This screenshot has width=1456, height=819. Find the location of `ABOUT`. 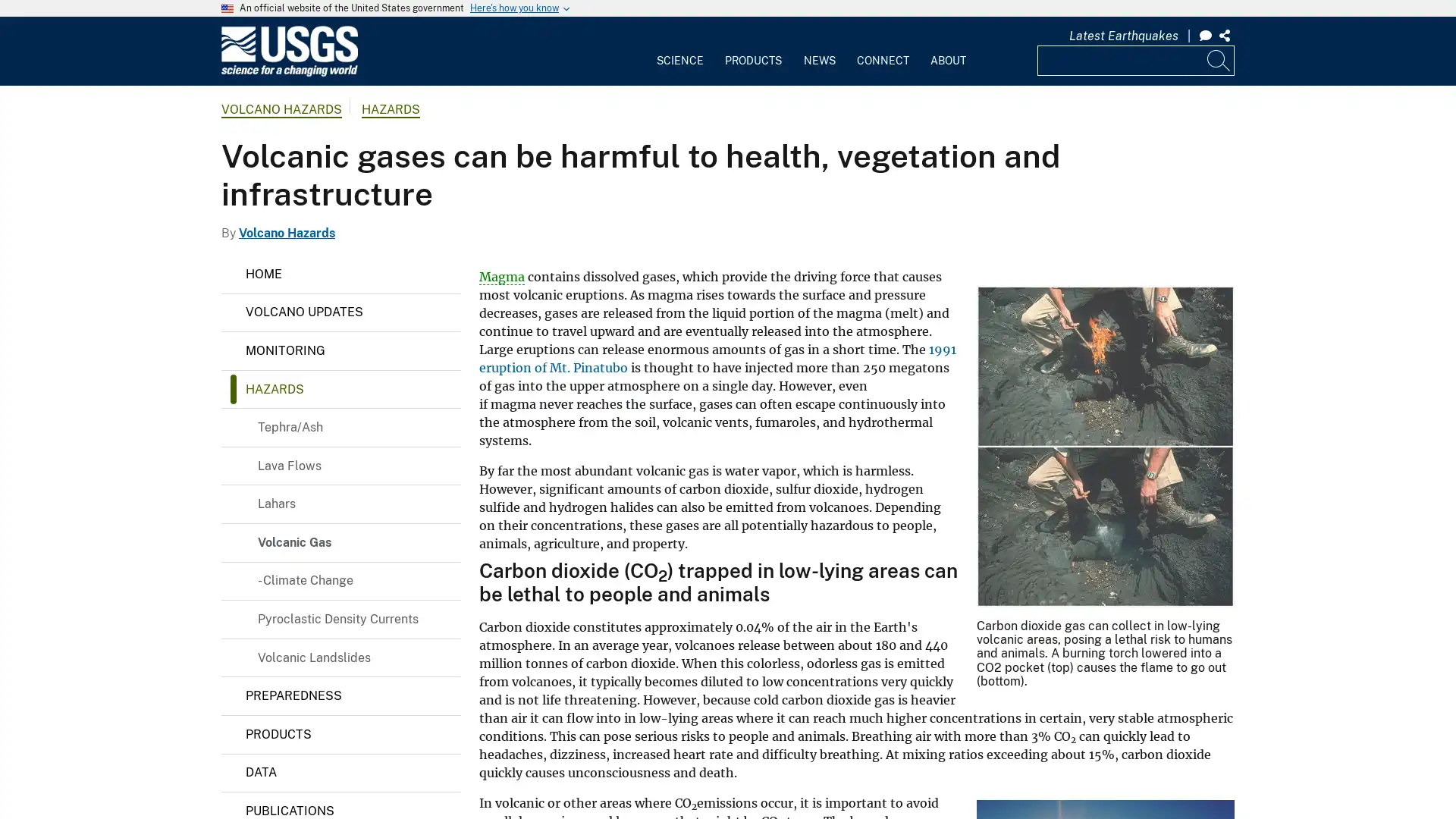

ABOUT is located at coordinates (946, 49).